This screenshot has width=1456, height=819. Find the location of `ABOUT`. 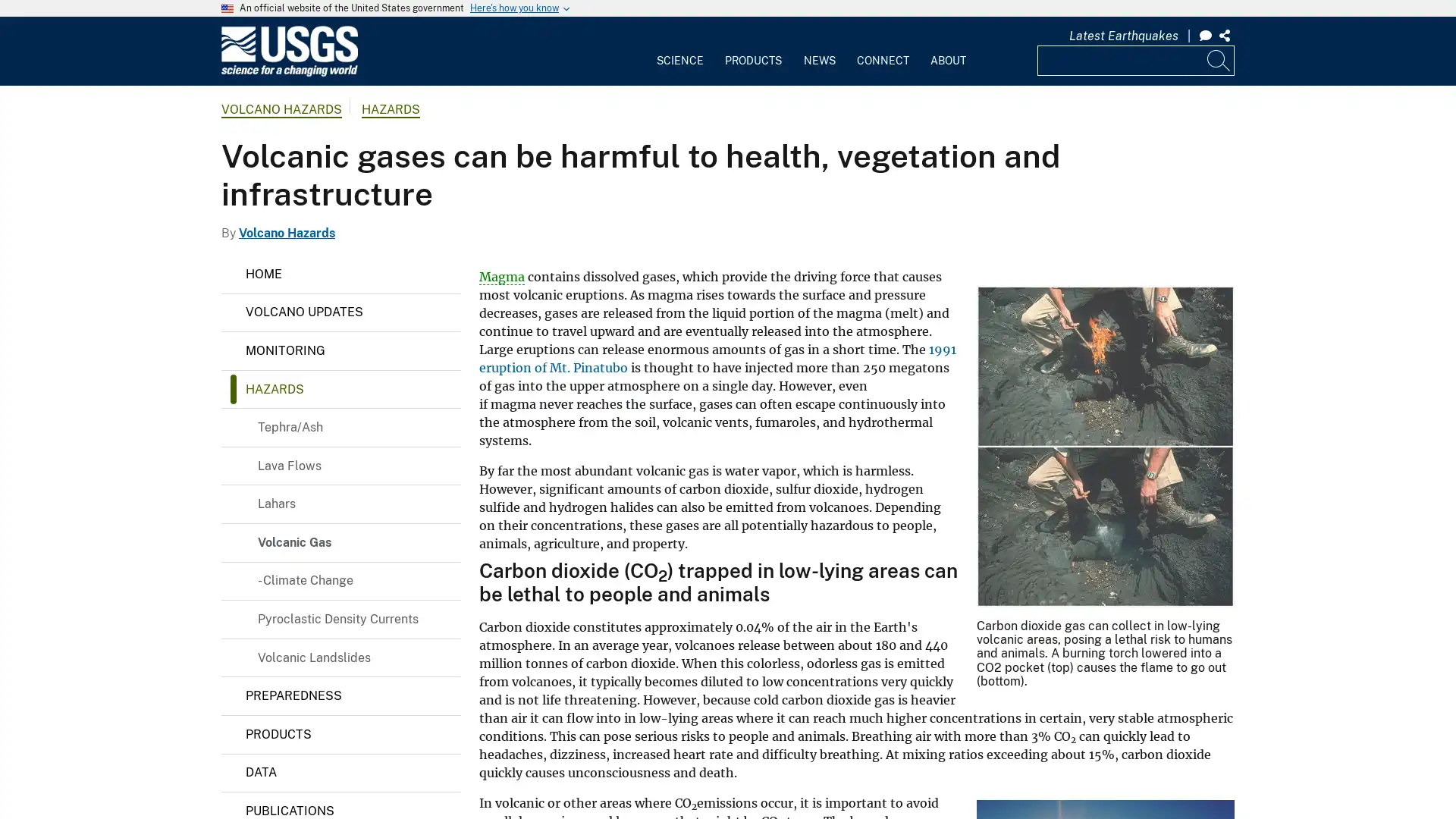

ABOUT is located at coordinates (946, 49).